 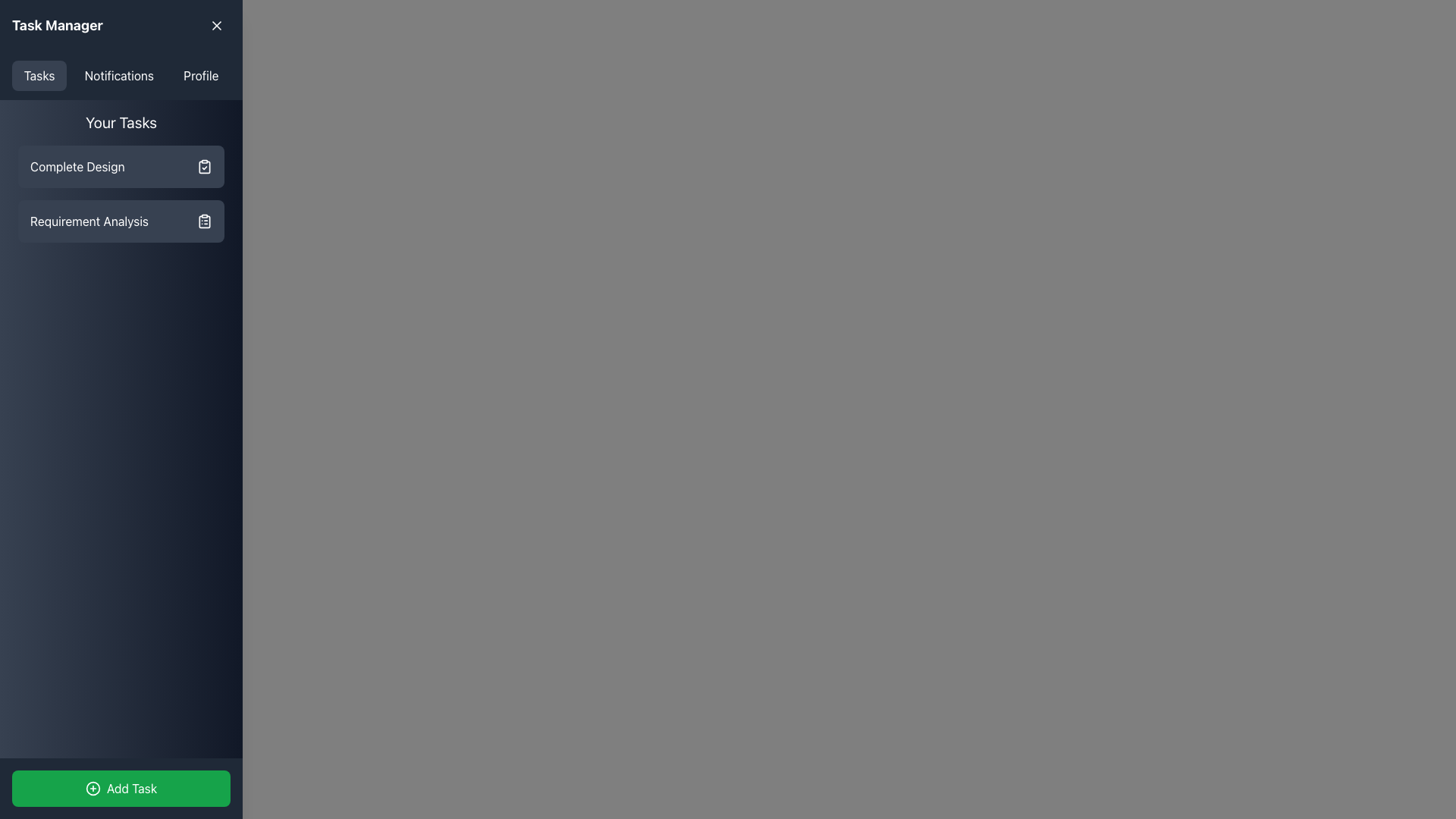 I want to click on the task item labeled 'Complete Design' which is displayed within a dark rectangular background with rounded corners, located in the 'Your Tasks' panel, so click(x=120, y=193).